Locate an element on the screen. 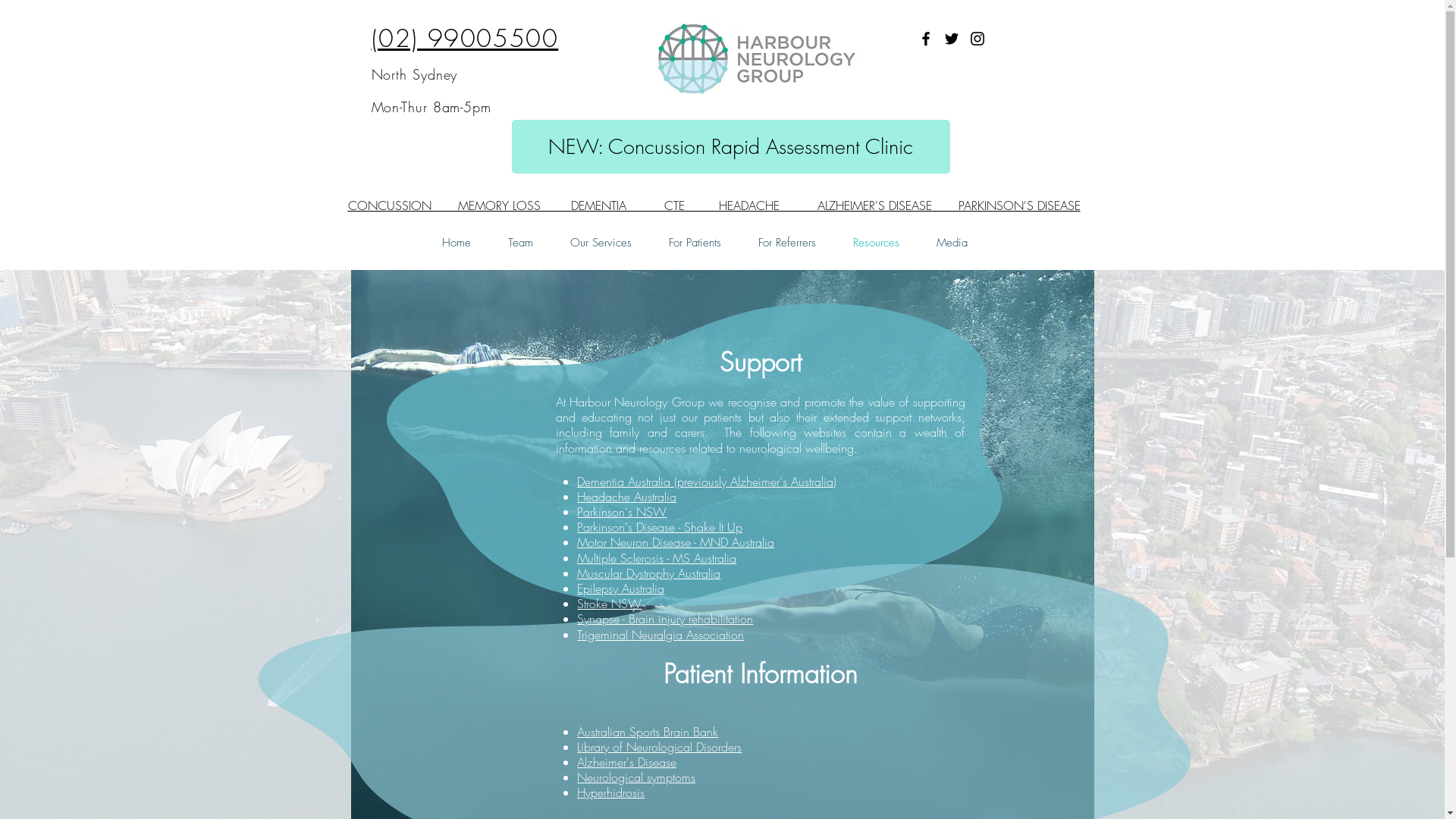 Image resolution: width=1456 pixels, height=819 pixels. 'Our Services' is located at coordinates (600, 242).